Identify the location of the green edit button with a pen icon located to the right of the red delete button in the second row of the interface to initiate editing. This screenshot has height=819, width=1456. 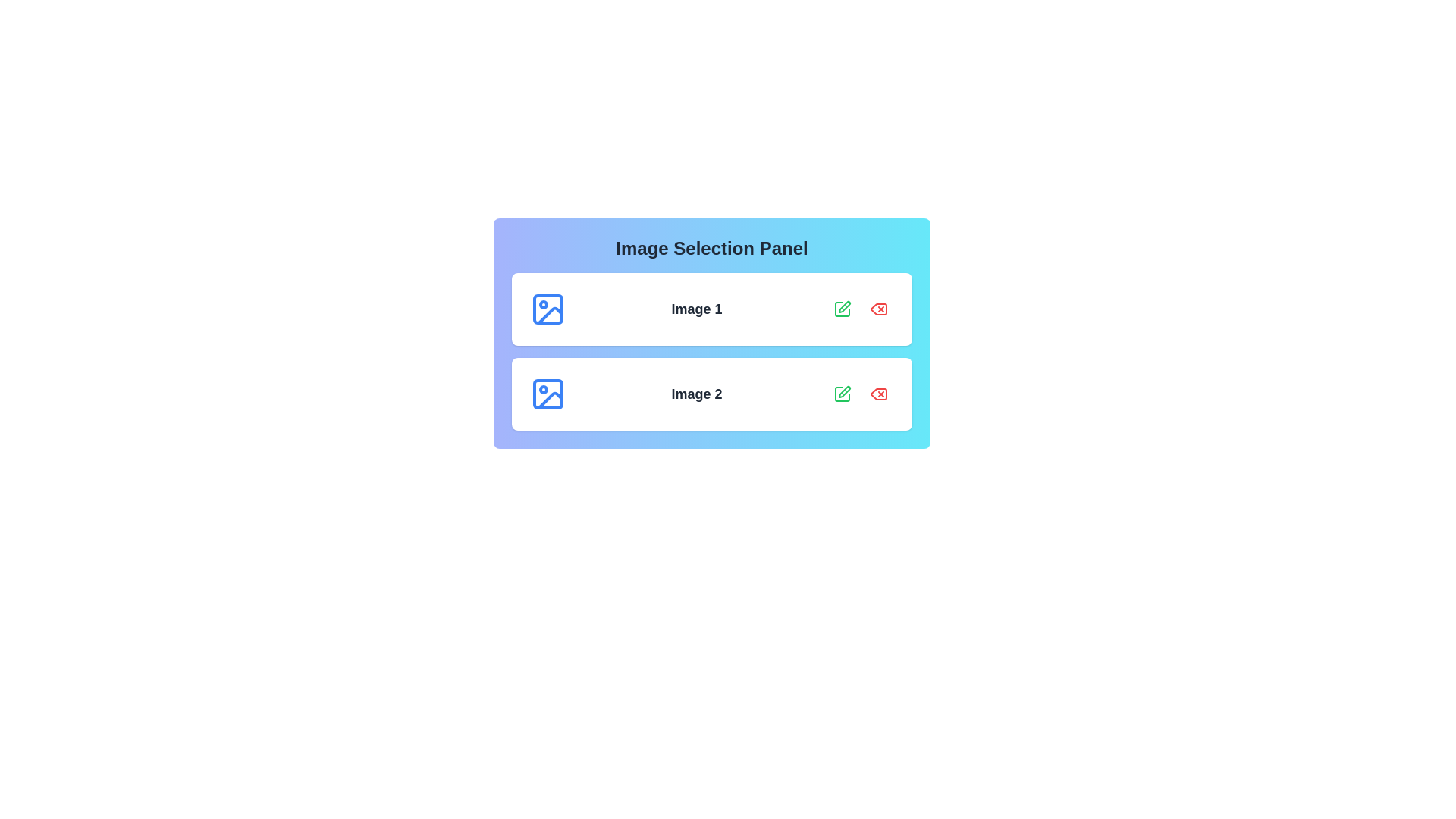
(841, 394).